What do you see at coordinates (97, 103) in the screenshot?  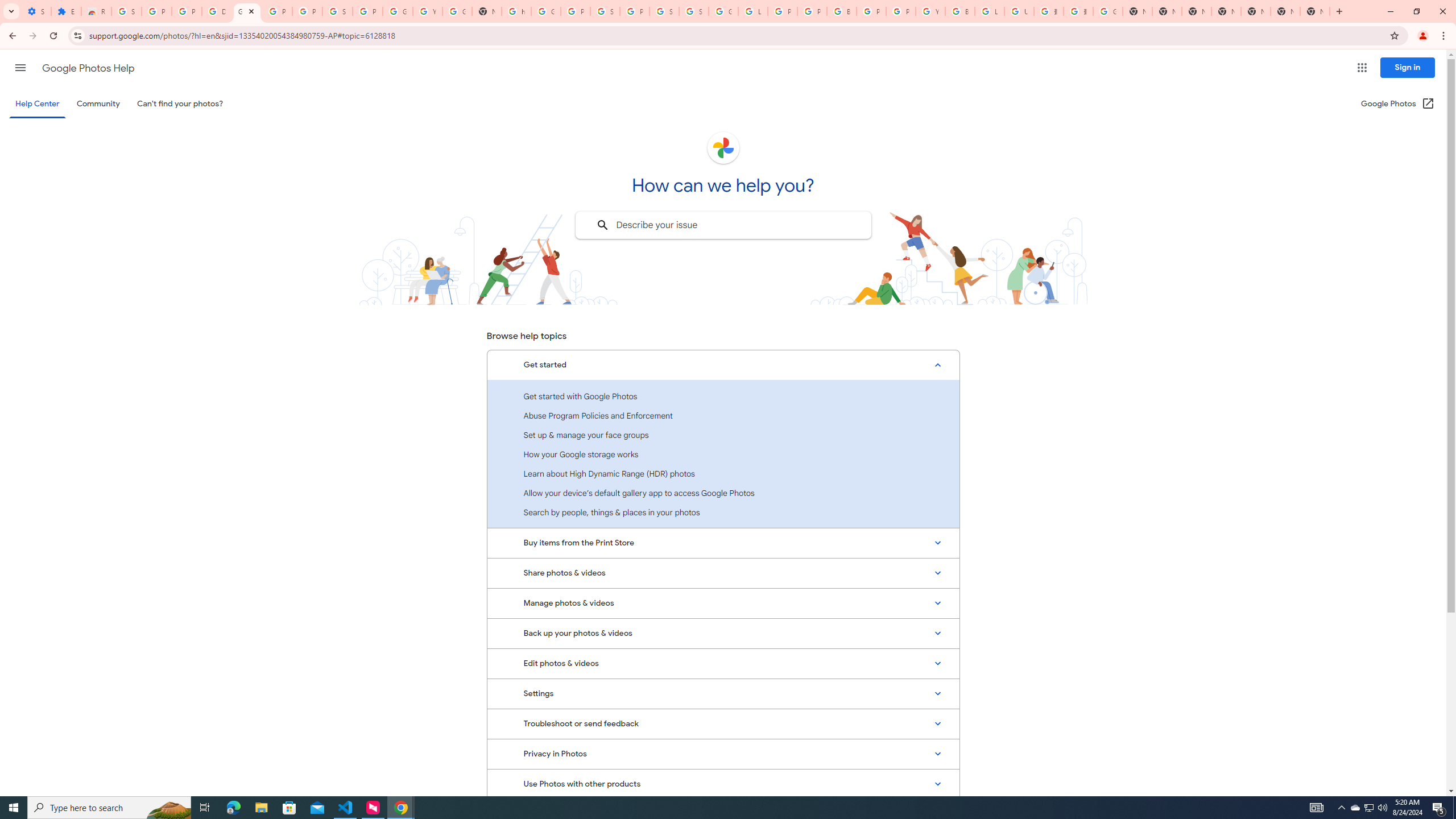 I see `'Community'` at bounding box center [97, 103].